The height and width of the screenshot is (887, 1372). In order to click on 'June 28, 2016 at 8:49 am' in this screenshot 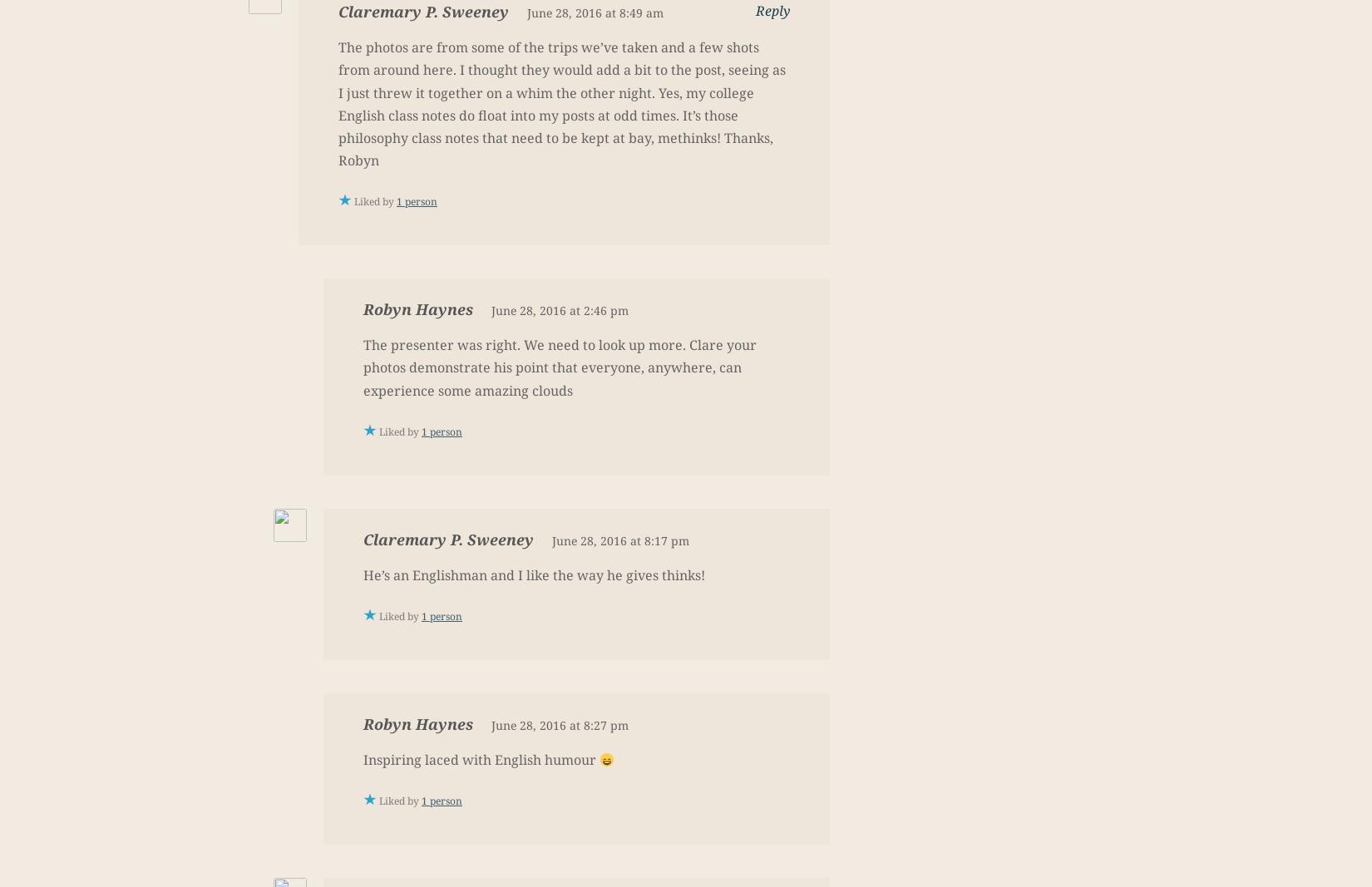, I will do `click(594, 12)`.